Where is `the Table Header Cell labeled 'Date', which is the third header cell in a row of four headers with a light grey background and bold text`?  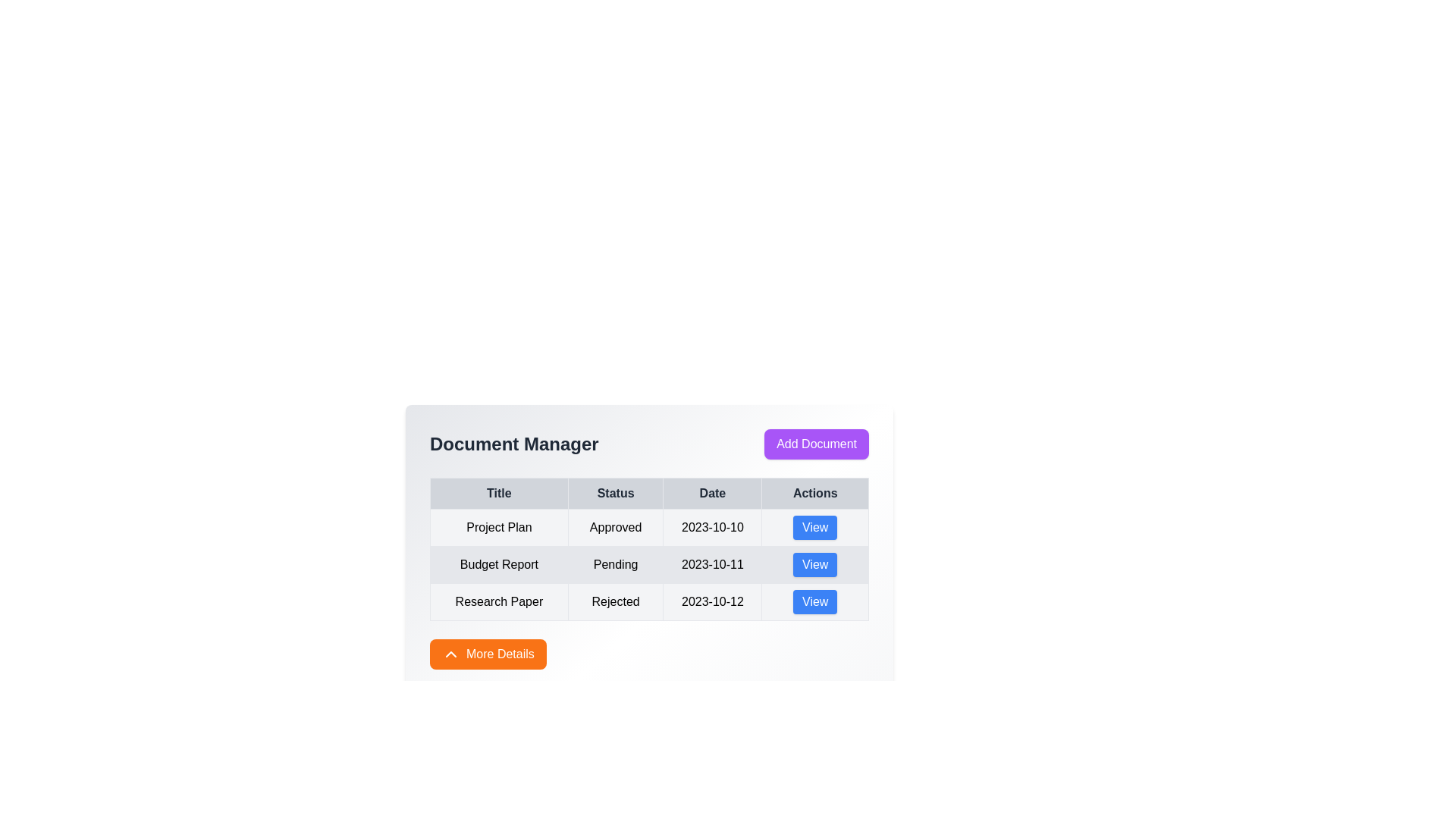 the Table Header Cell labeled 'Date', which is the third header cell in a row of four headers with a light grey background and bold text is located at coordinates (711, 494).